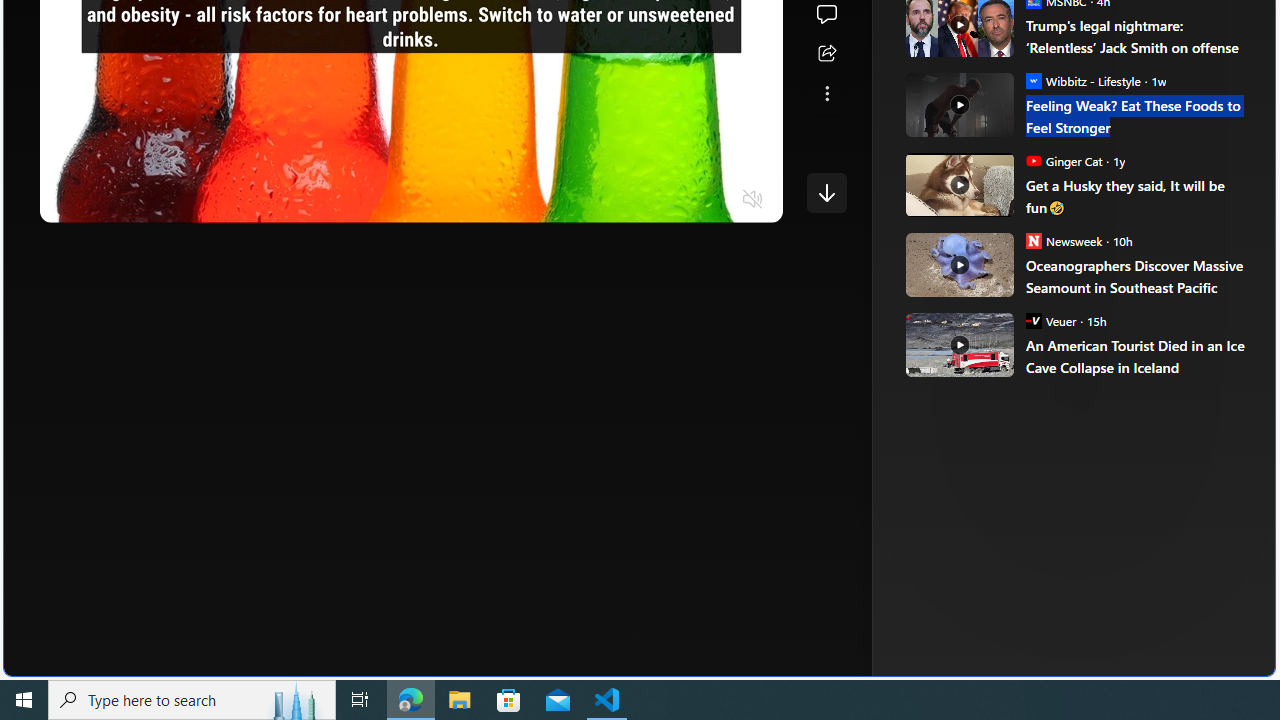  I want to click on 'Pause', so click(69, 200).